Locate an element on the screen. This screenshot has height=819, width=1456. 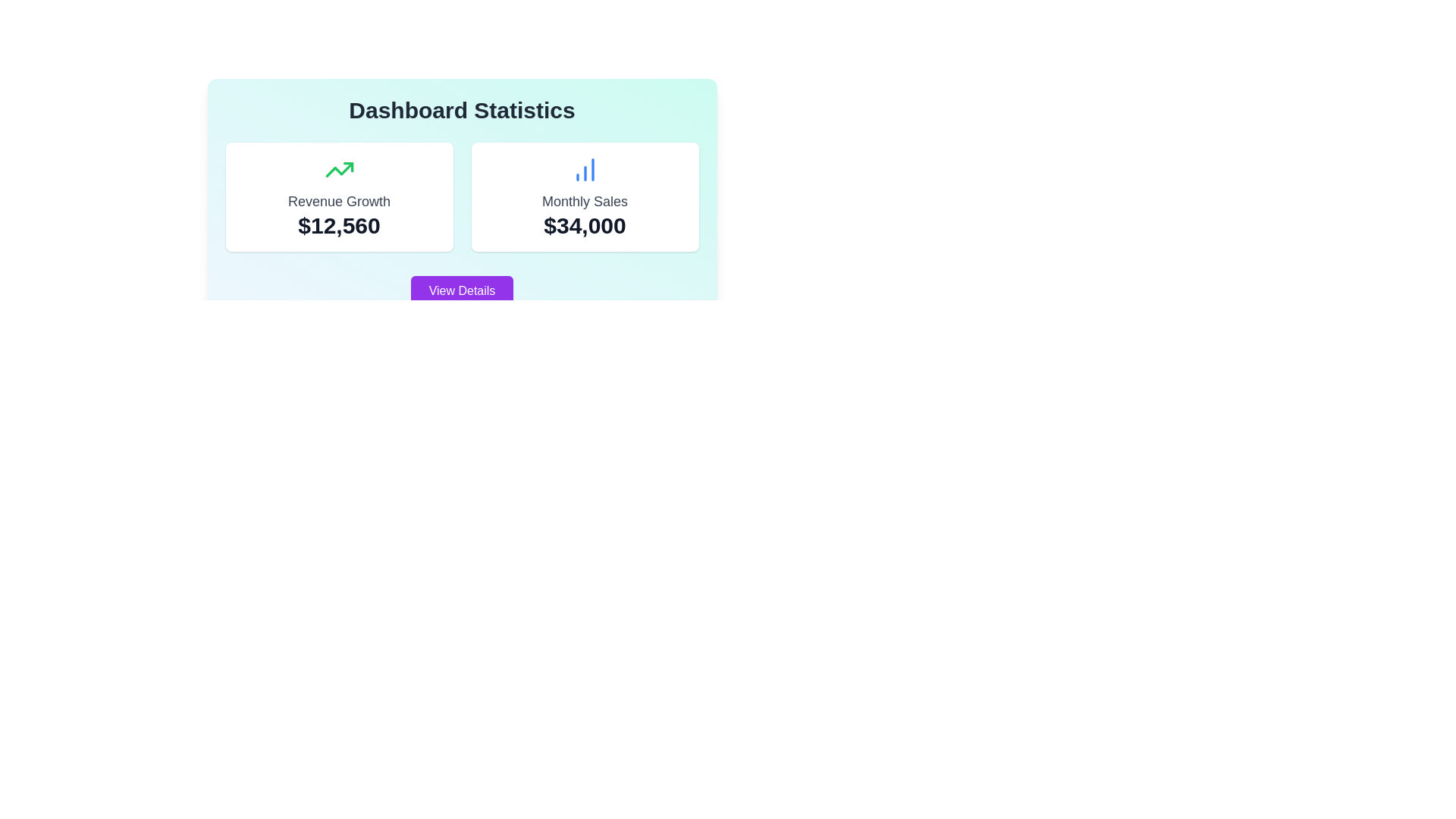
the static text label displaying 'Monthly Sales', which is located centrally within a card on the right side of the comparison interface, below a chart icon and above a bold sales amount is located at coordinates (584, 201).